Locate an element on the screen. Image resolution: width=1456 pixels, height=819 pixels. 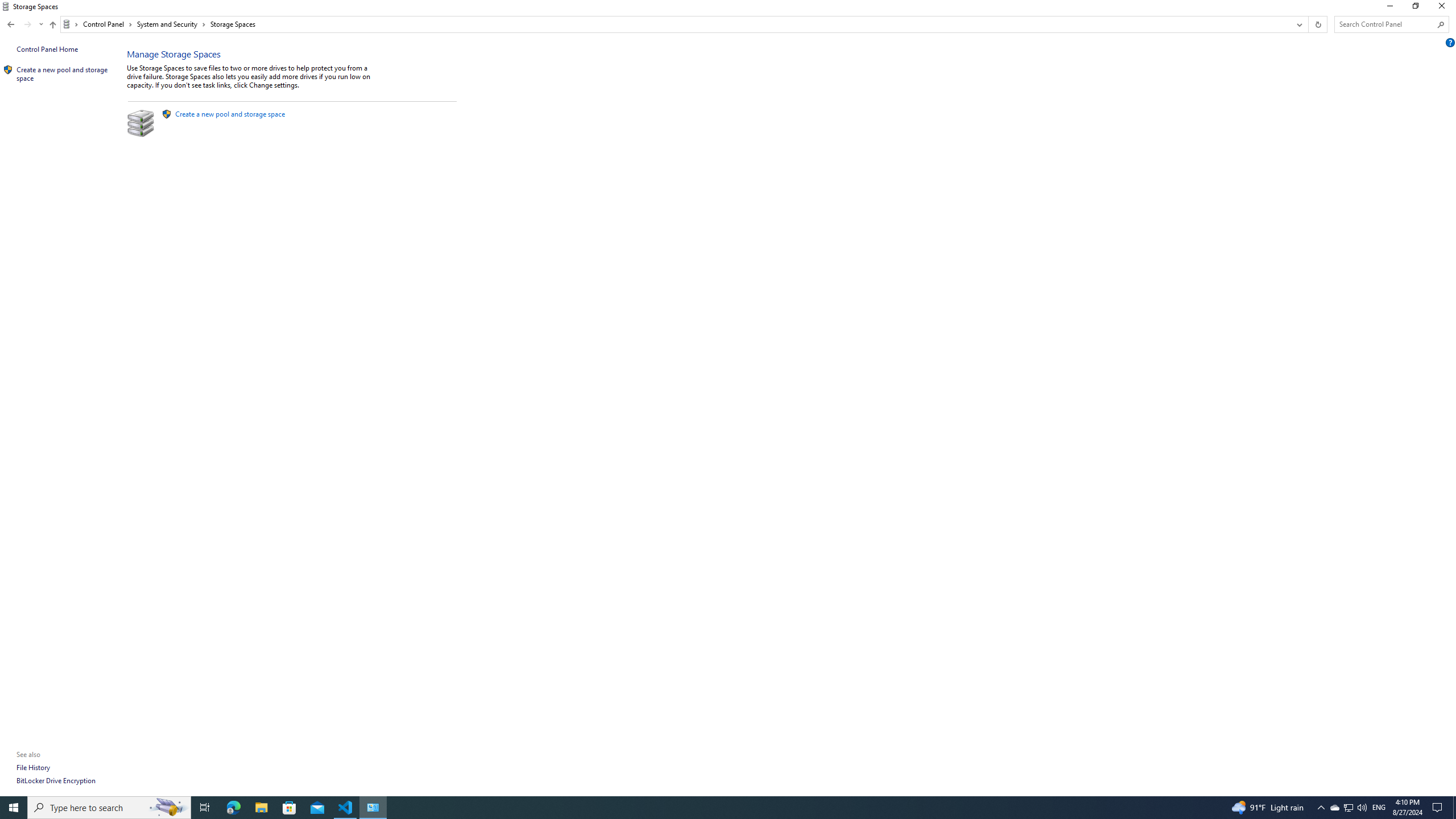
'Navigation buttons' is located at coordinates (24, 24).